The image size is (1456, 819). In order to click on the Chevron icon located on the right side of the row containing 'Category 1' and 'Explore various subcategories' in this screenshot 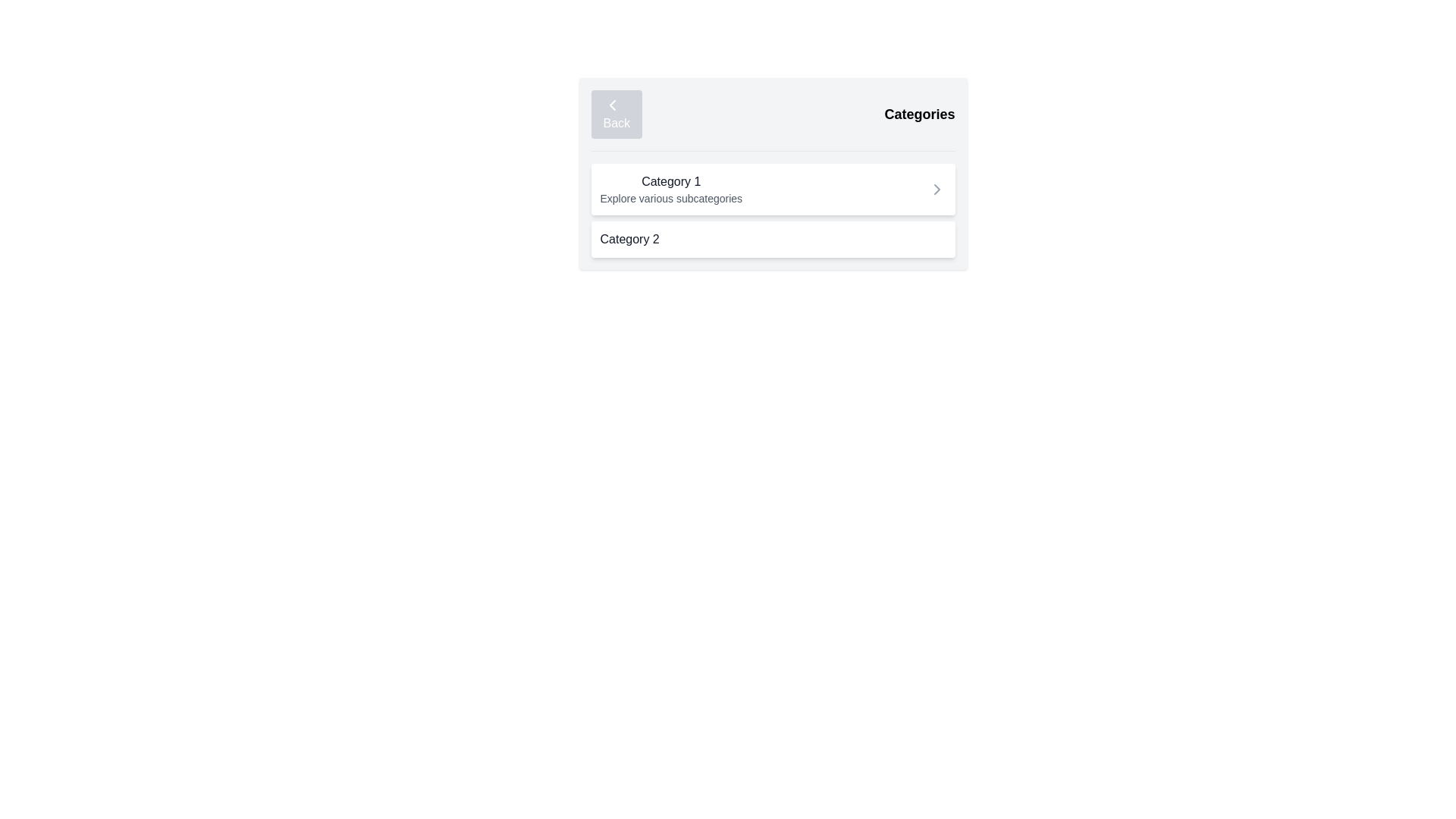, I will do `click(936, 189)`.